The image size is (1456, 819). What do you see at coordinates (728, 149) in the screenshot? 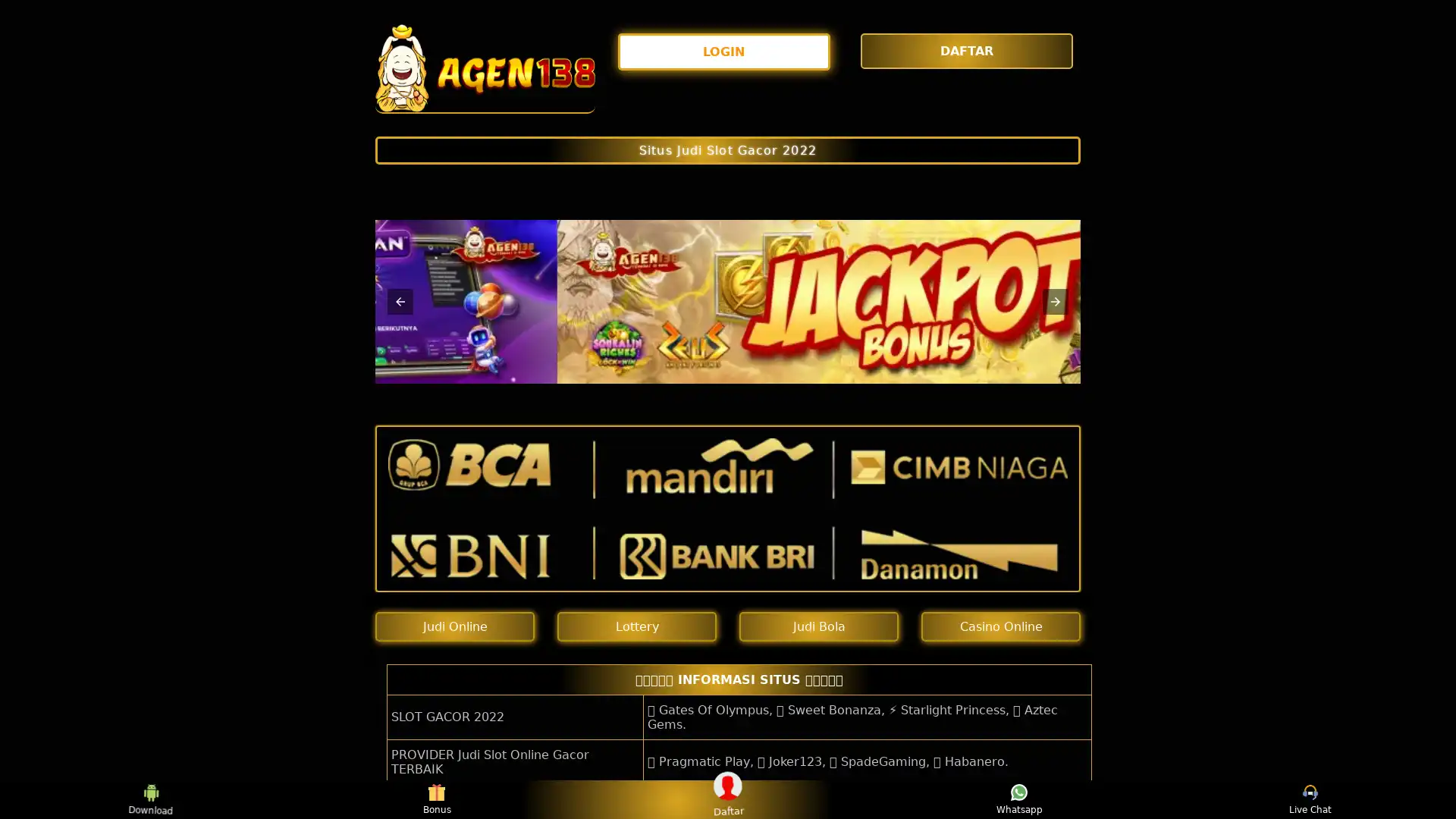
I see `Situs Judi Slot Gacor 2022` at bounding box center [728, 149].